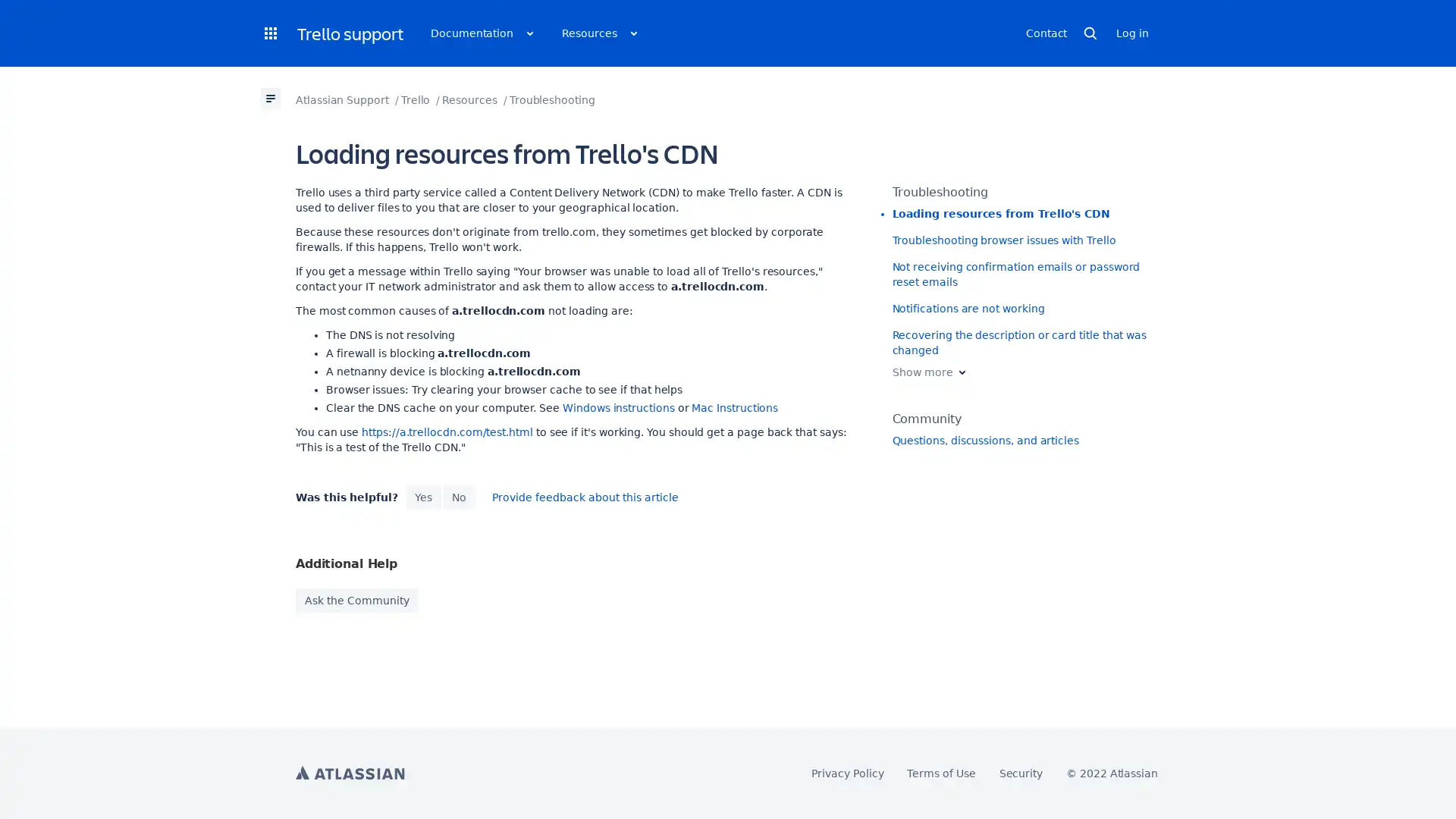 The image size is (1456, 819). I want to click on open page tree, so click(270, 99).